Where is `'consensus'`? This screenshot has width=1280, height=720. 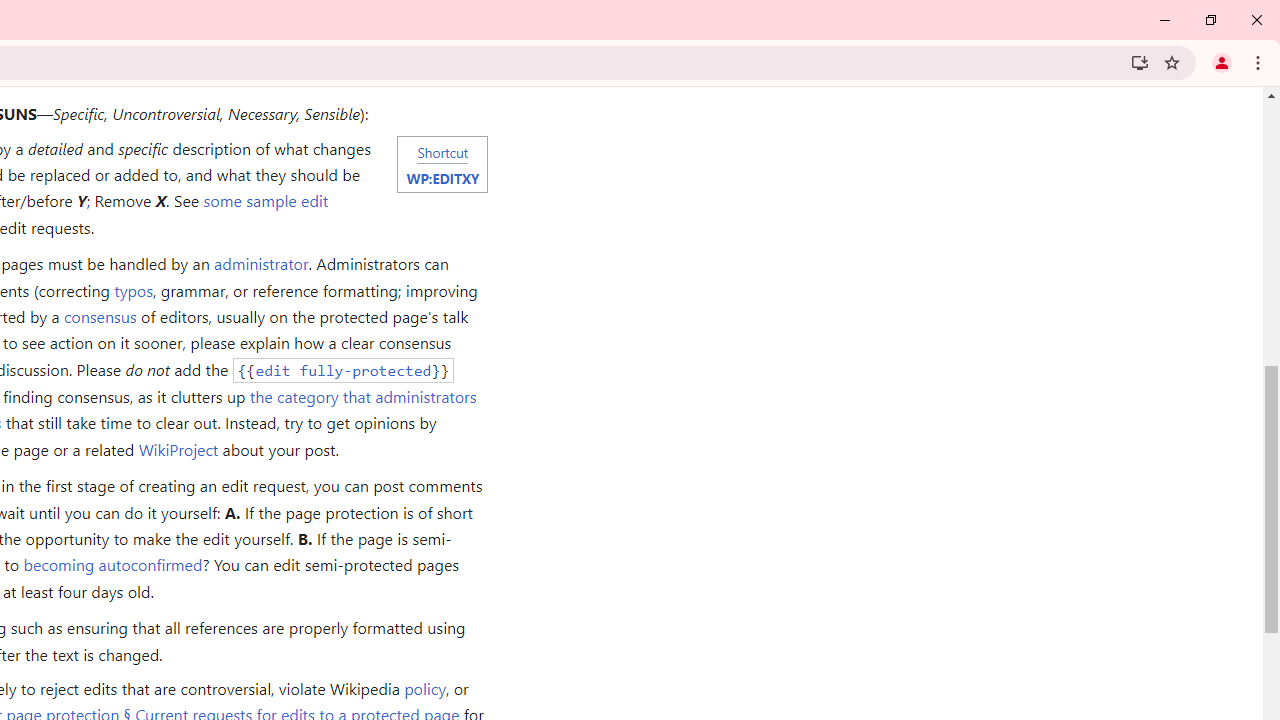 'consensus' is located at coordinates (98, 315).